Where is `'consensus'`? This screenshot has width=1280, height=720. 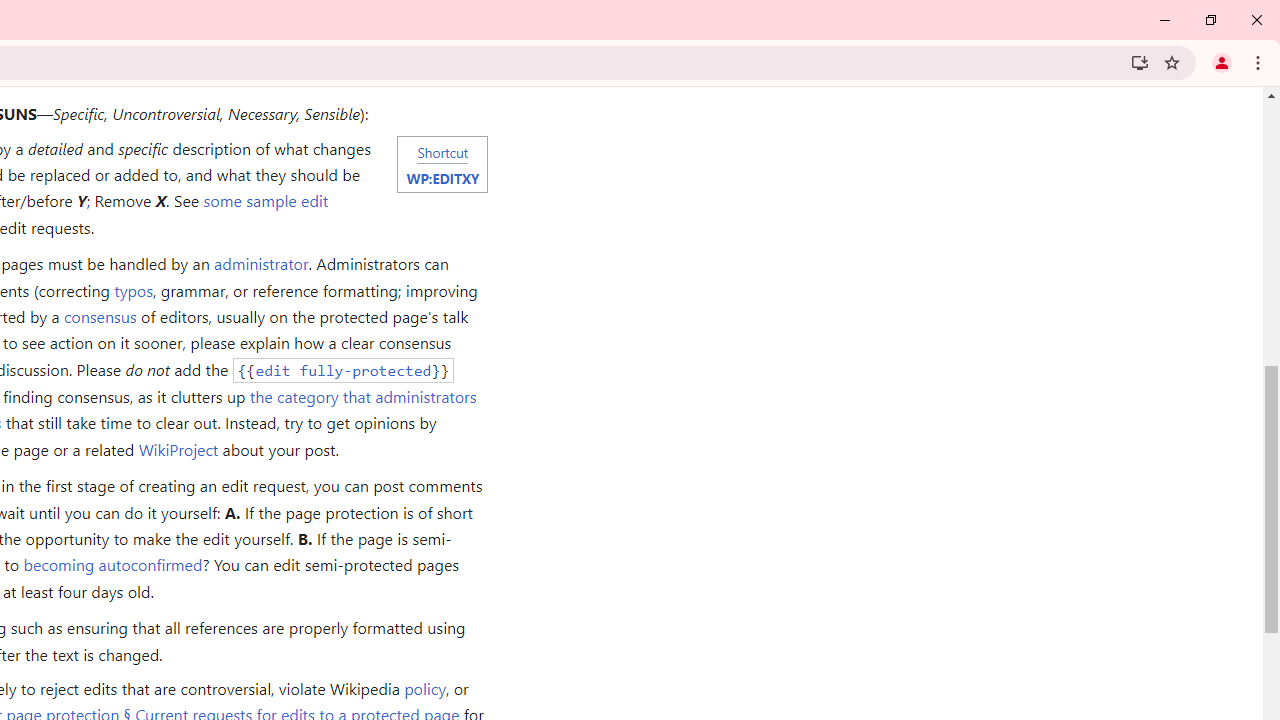 'consensus' is located at coordinates (98, 315).